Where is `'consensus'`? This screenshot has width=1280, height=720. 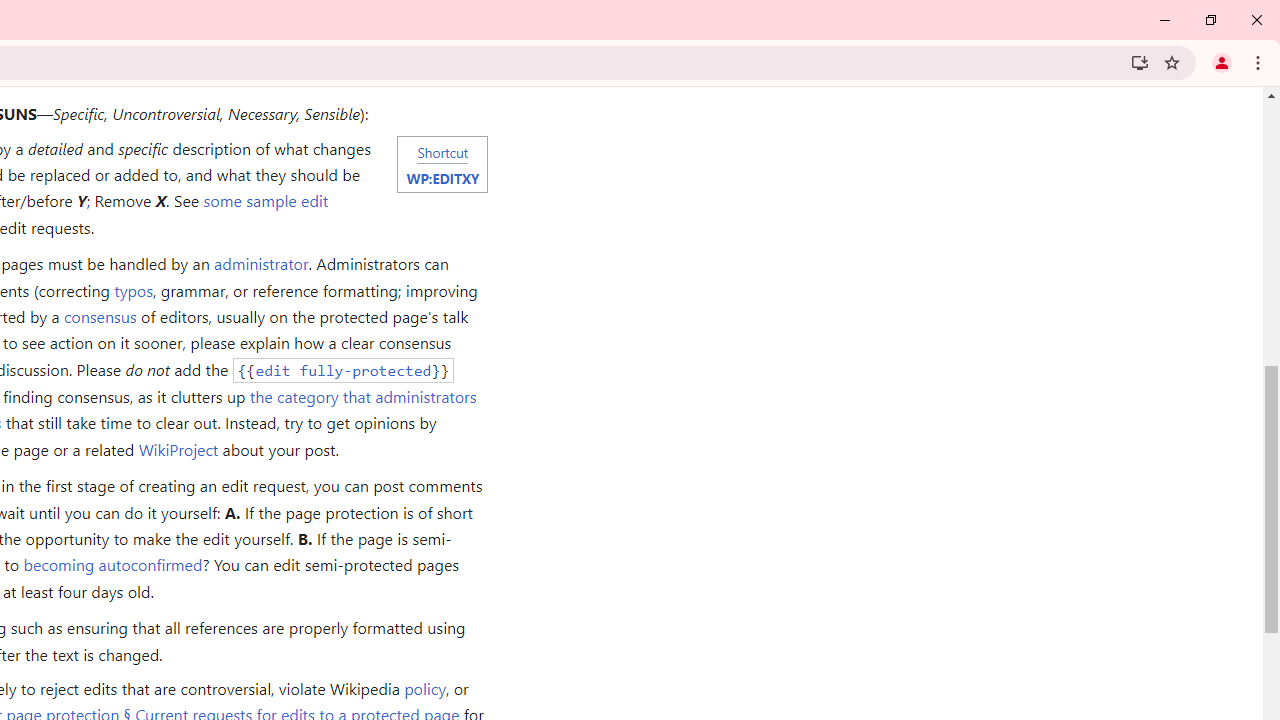 'consensus' is located at coordinates (98, 315).